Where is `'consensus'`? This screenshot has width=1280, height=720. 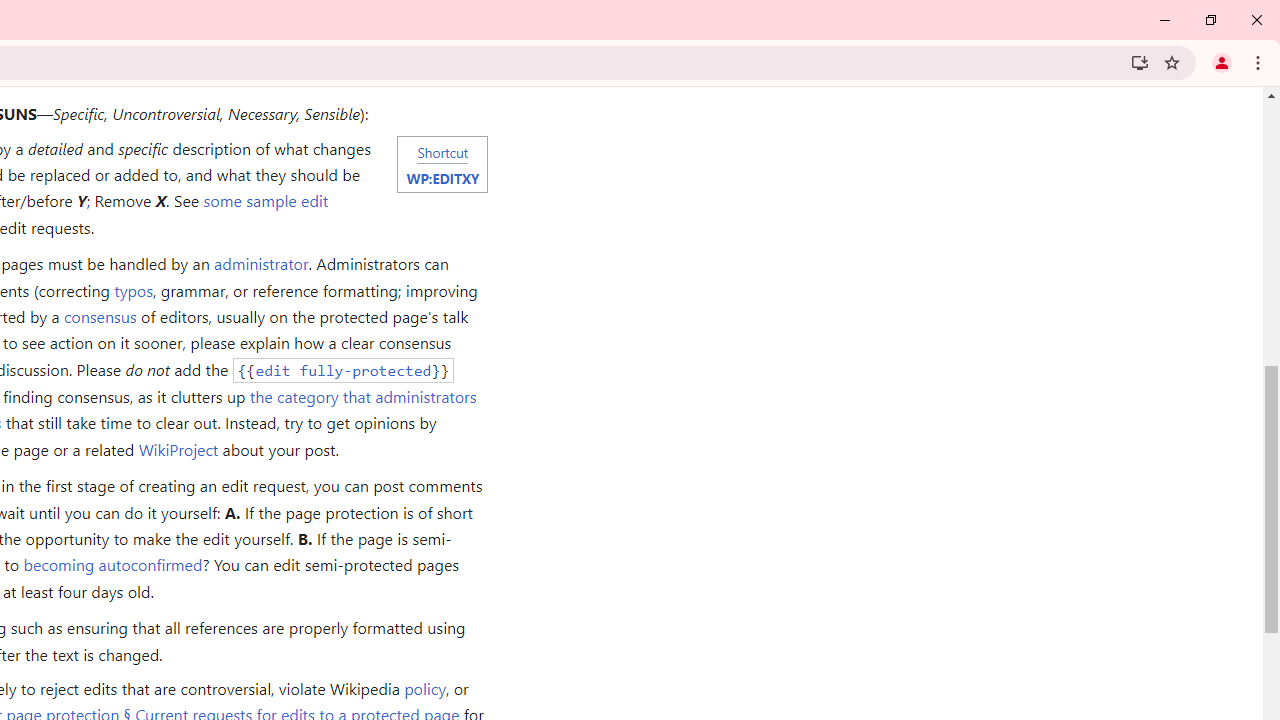 'consensus' is located at coordinates (98, 315).